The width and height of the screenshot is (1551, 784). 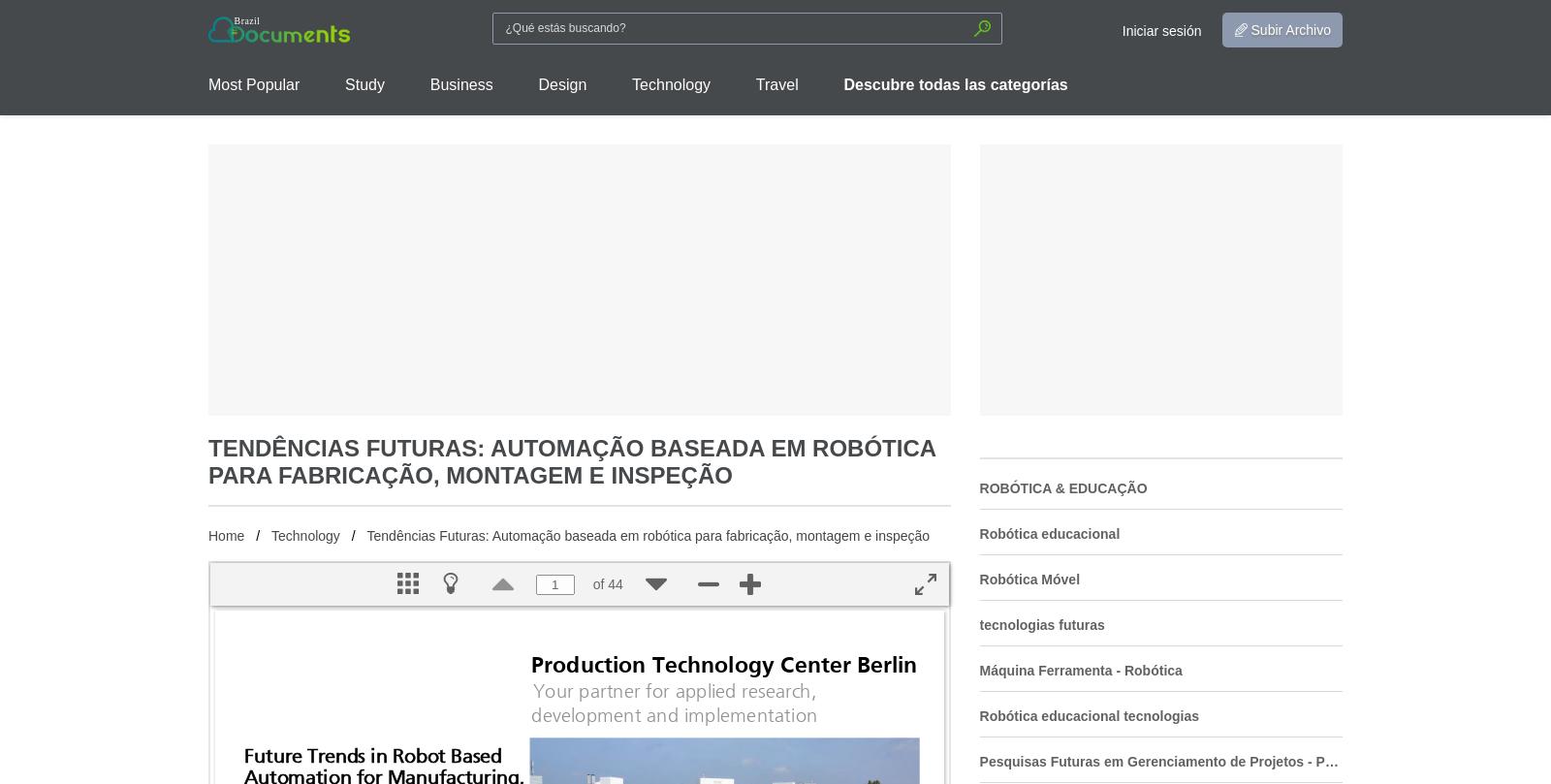 What do you see at coordinates (1062, 487) in the screenshot?
I see `'ROBÓTICA & EDUCAÇÃO'` at bounding box center [1062, 487].